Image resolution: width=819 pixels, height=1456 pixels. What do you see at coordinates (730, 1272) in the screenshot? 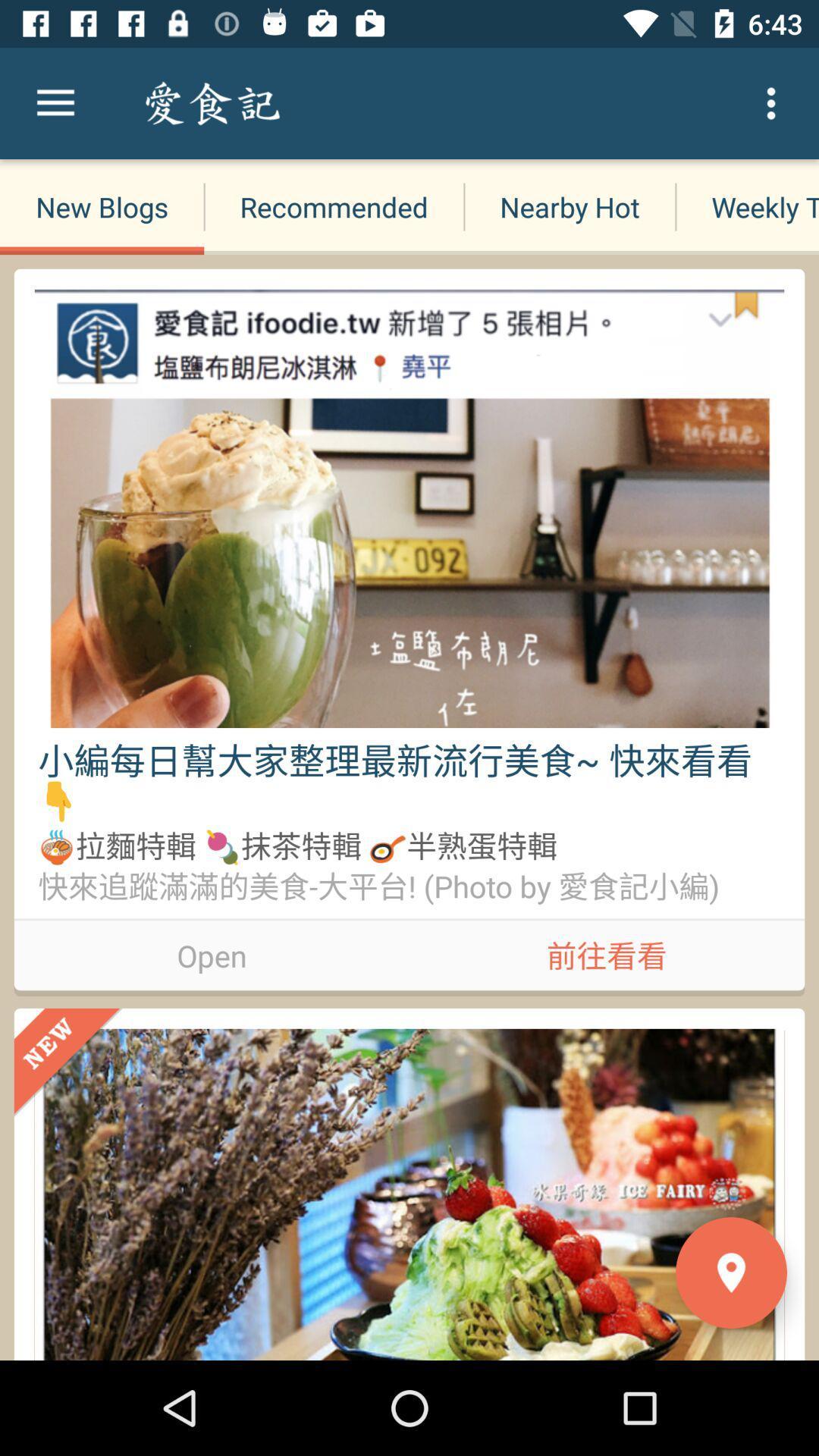
I see `the item at the bottom right corner` at bounding box center [730, 1272].